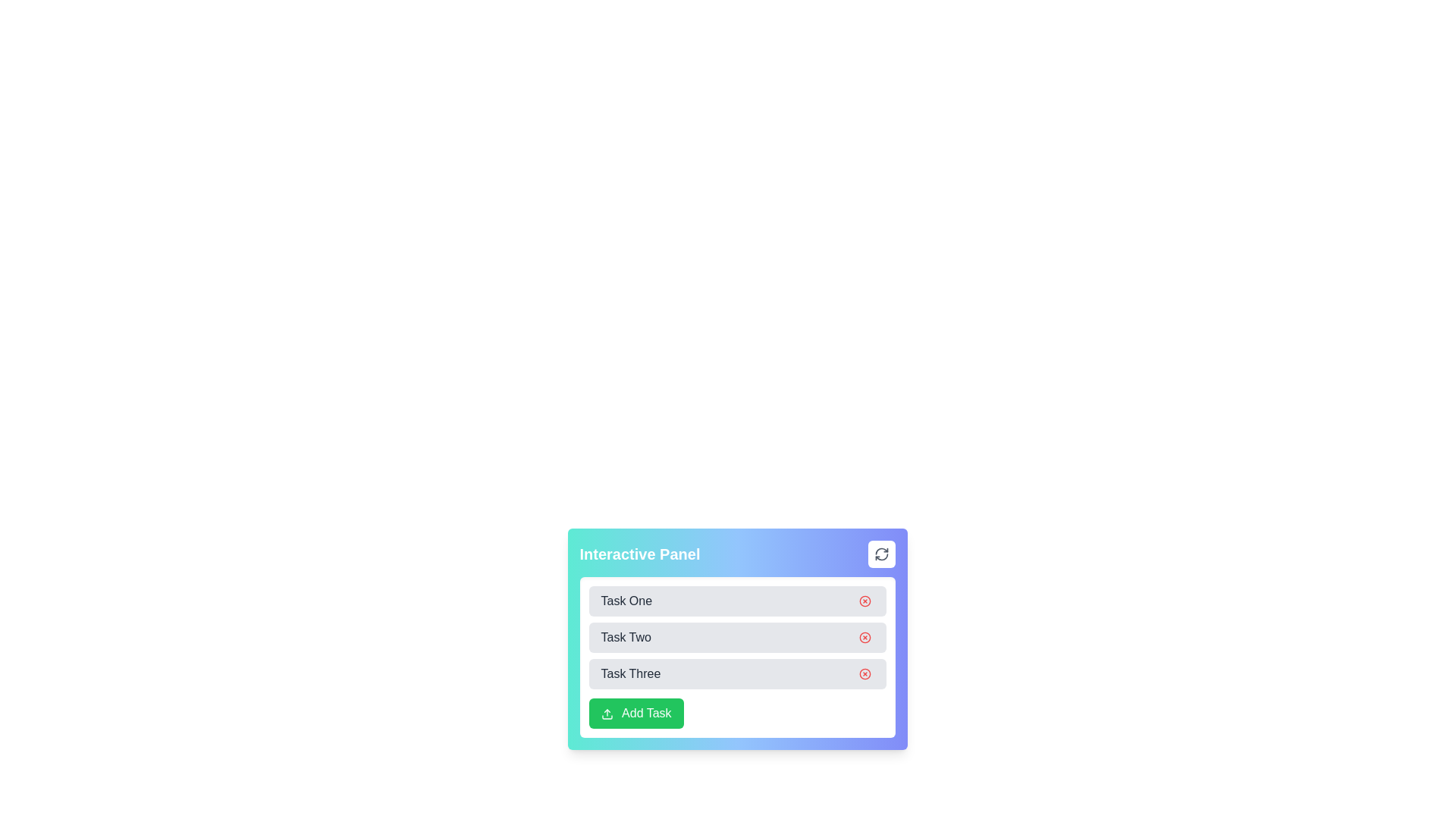 The height and width of the screenshot is (819, 1456). What do you see at coordinates (737, 714) in the screenshot?
I see `keyboard navigation` at bounding box center [737, 714].